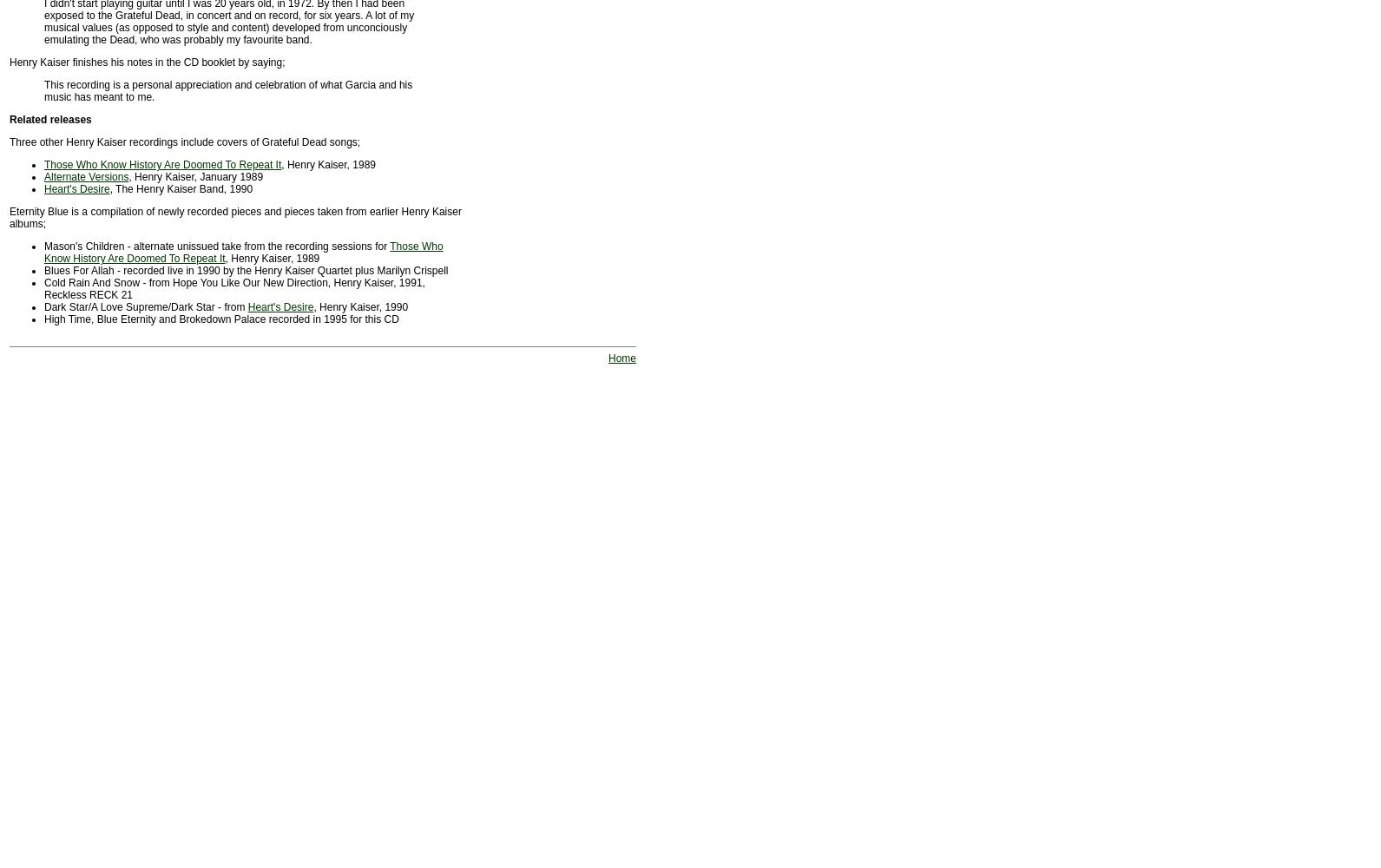 The width and height of the screenshot is (1381, 868). What do you see at coordinates (233, 288) in the screenshot?
I see `'Cold Rain And Snow - from Hope You Like Our New Direction, Henry Kaiser, 1991, Reckless RECK 21'` at bounding box center [233, 288].